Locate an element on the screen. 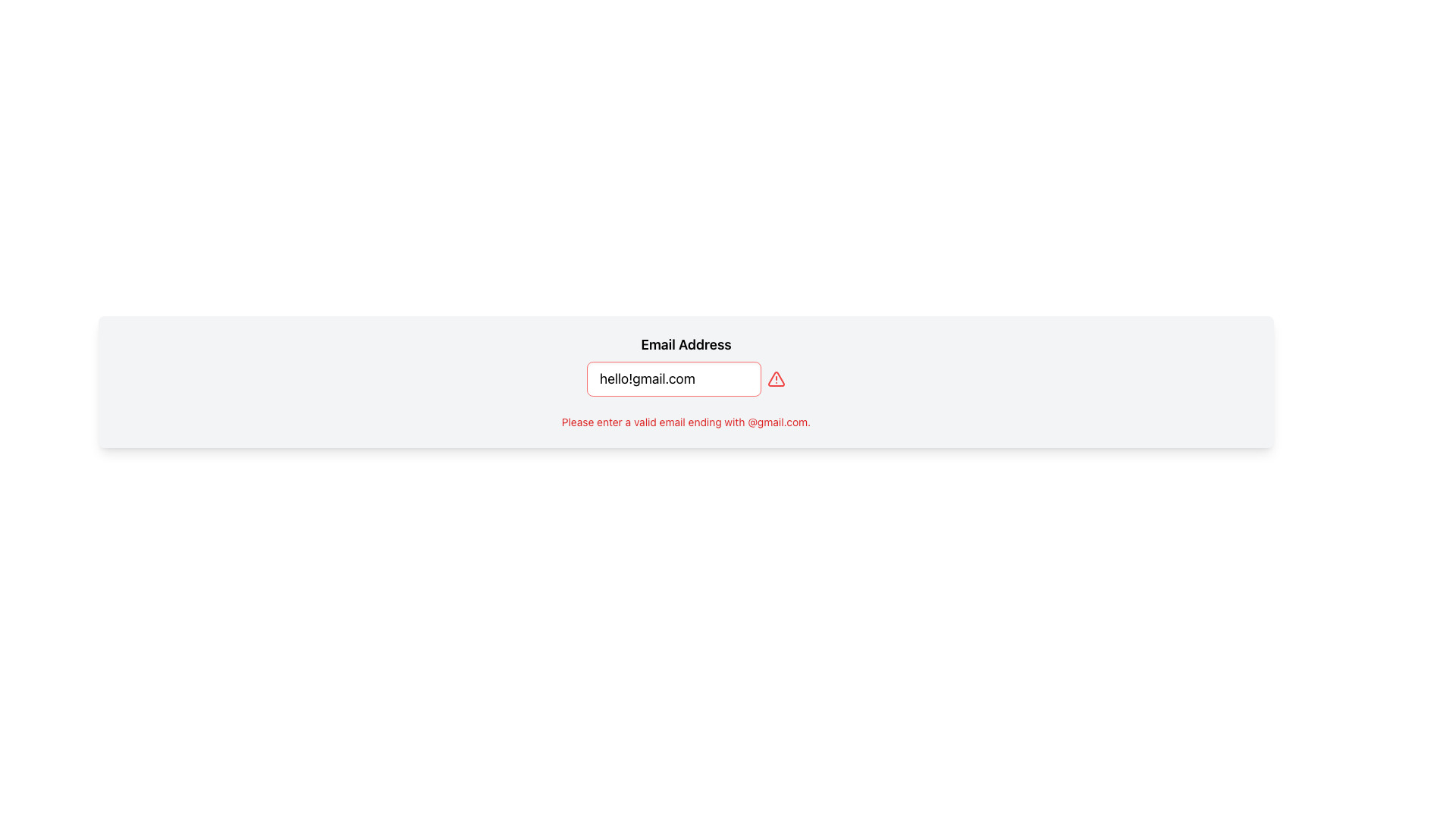  the warning icon next to the input field with the value 'hello!gmail.com' is located at coordinates (776, 378).